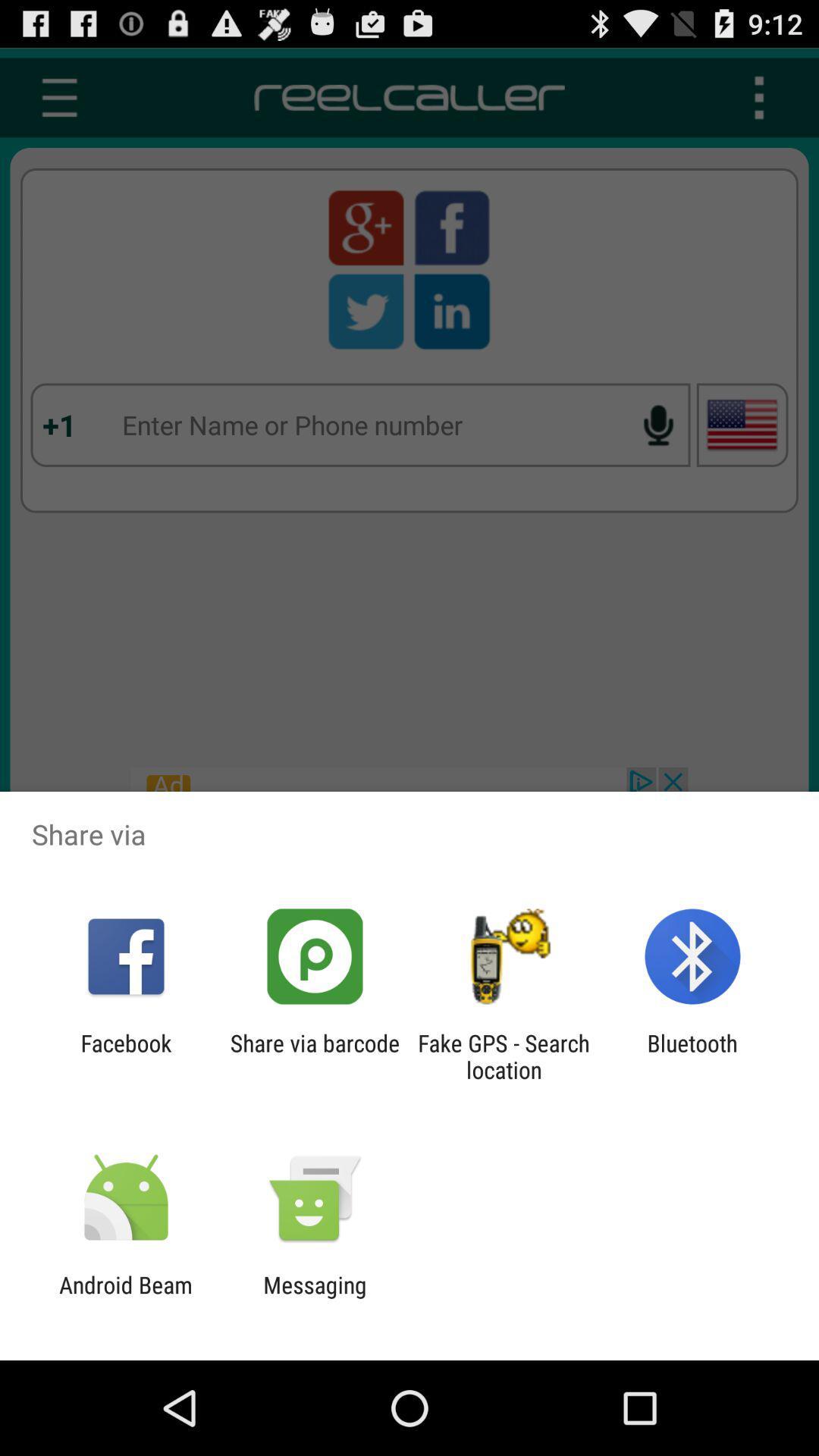  I want to click on facebook icon, so click(125, 1056).